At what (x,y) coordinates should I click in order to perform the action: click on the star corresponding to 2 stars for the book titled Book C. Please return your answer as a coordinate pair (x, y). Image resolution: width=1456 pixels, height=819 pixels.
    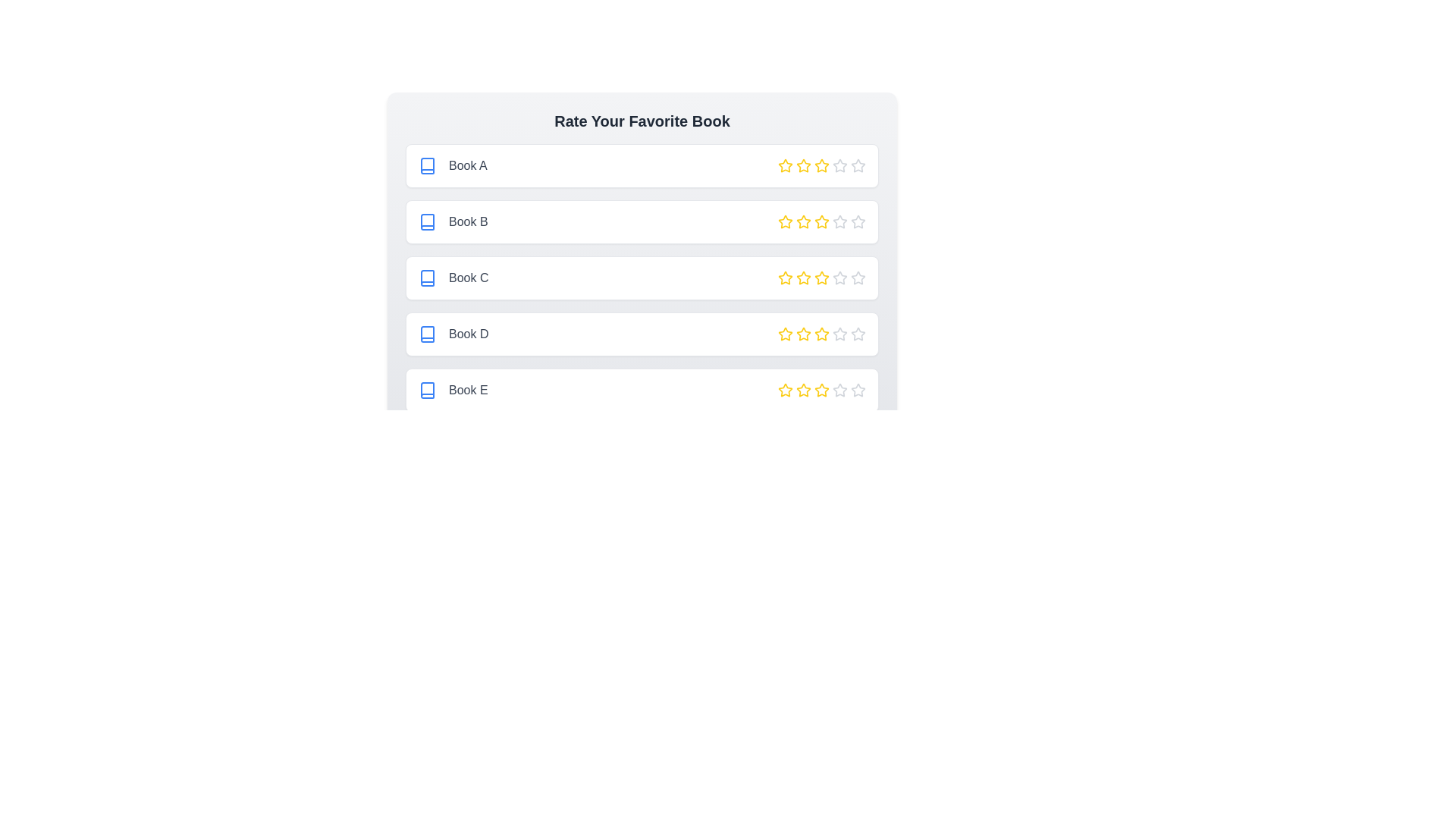
    Looking at the image, I should click on (803, 278).